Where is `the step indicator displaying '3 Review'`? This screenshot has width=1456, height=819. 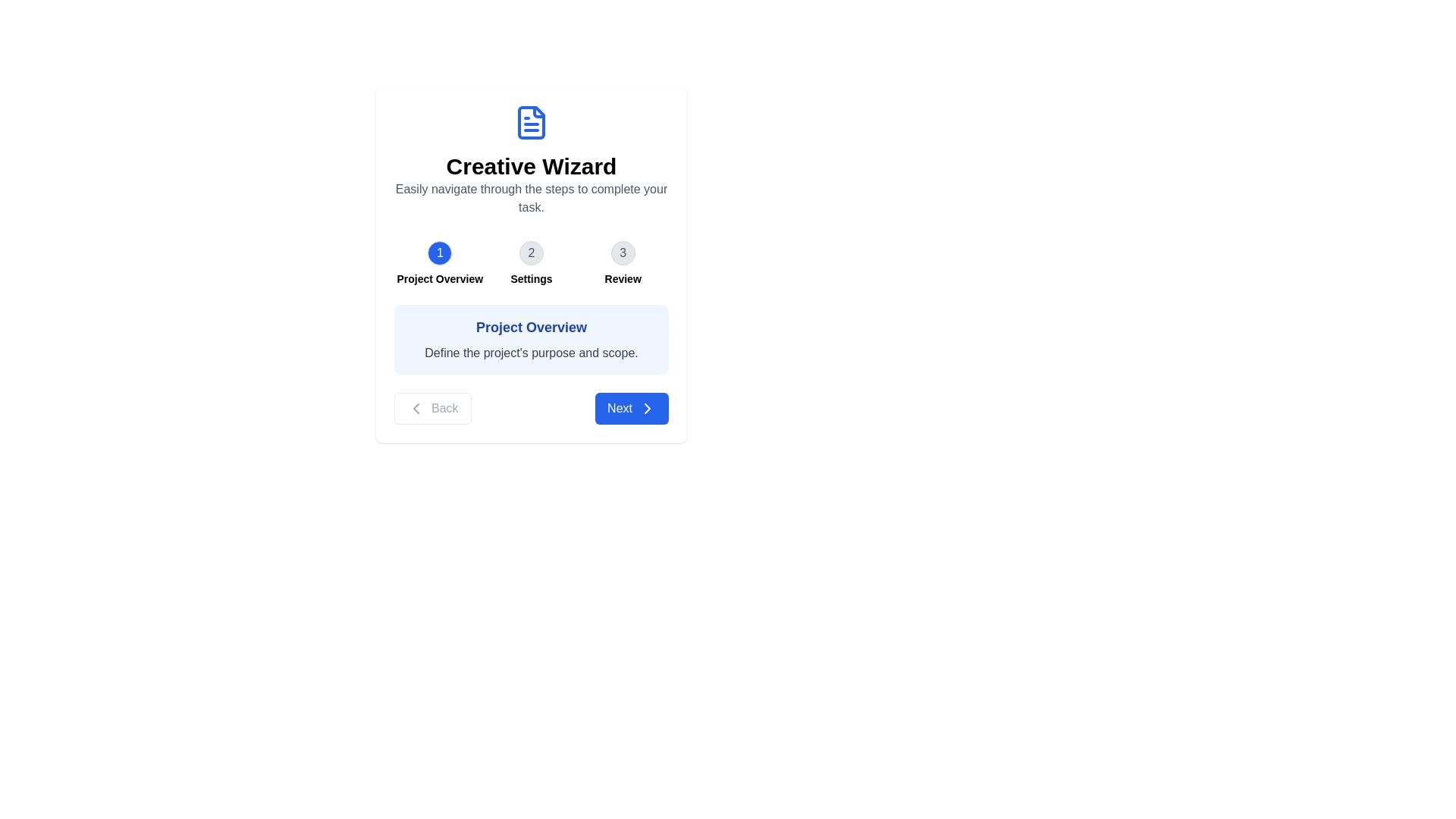 the step indicator displaying '3 Review' is located at coordinates (623, 262).